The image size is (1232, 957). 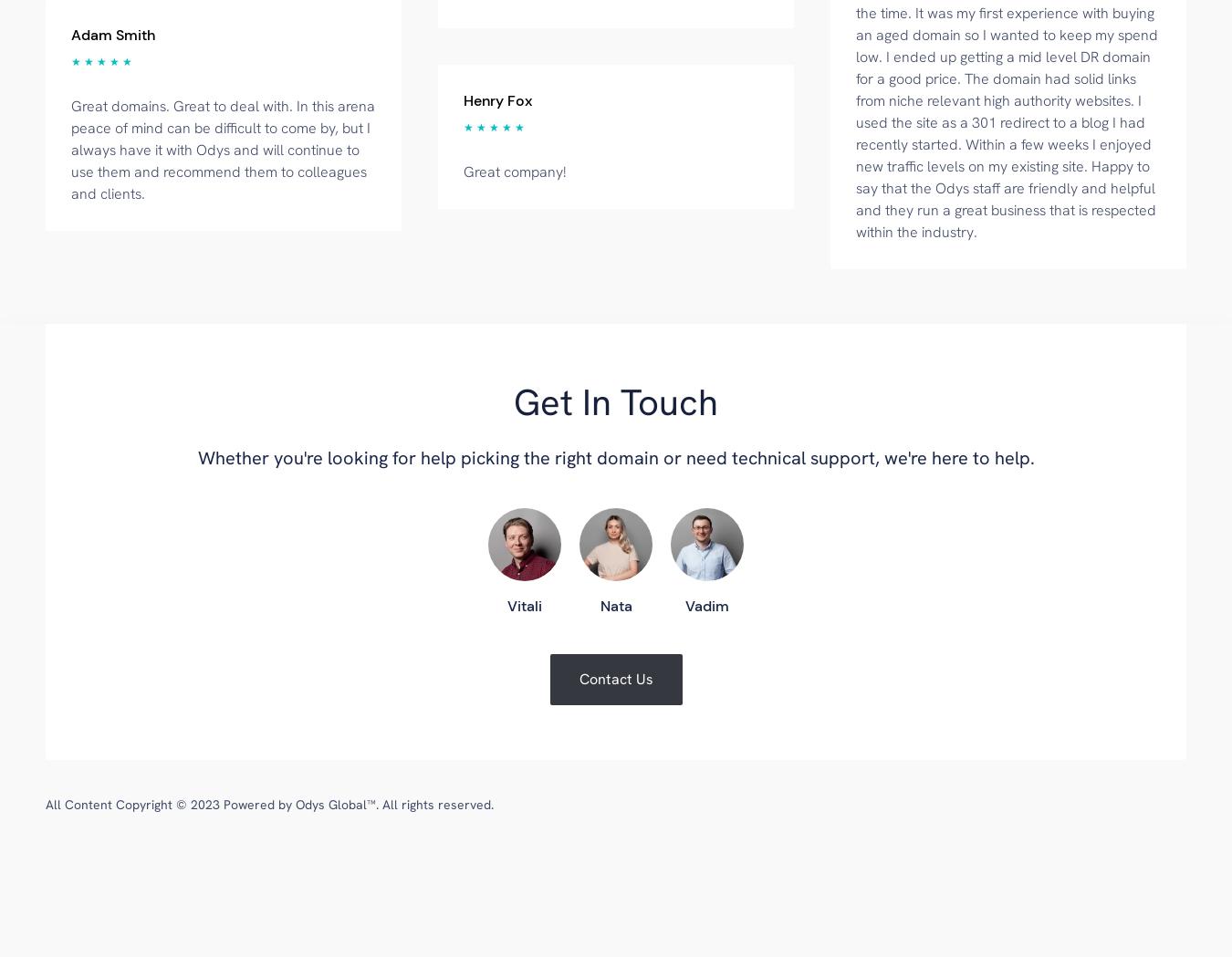 I want to click on 'Whether you're looking for help picking the right domain or need technical support, we're here to help.', so click(x=197, y=456).